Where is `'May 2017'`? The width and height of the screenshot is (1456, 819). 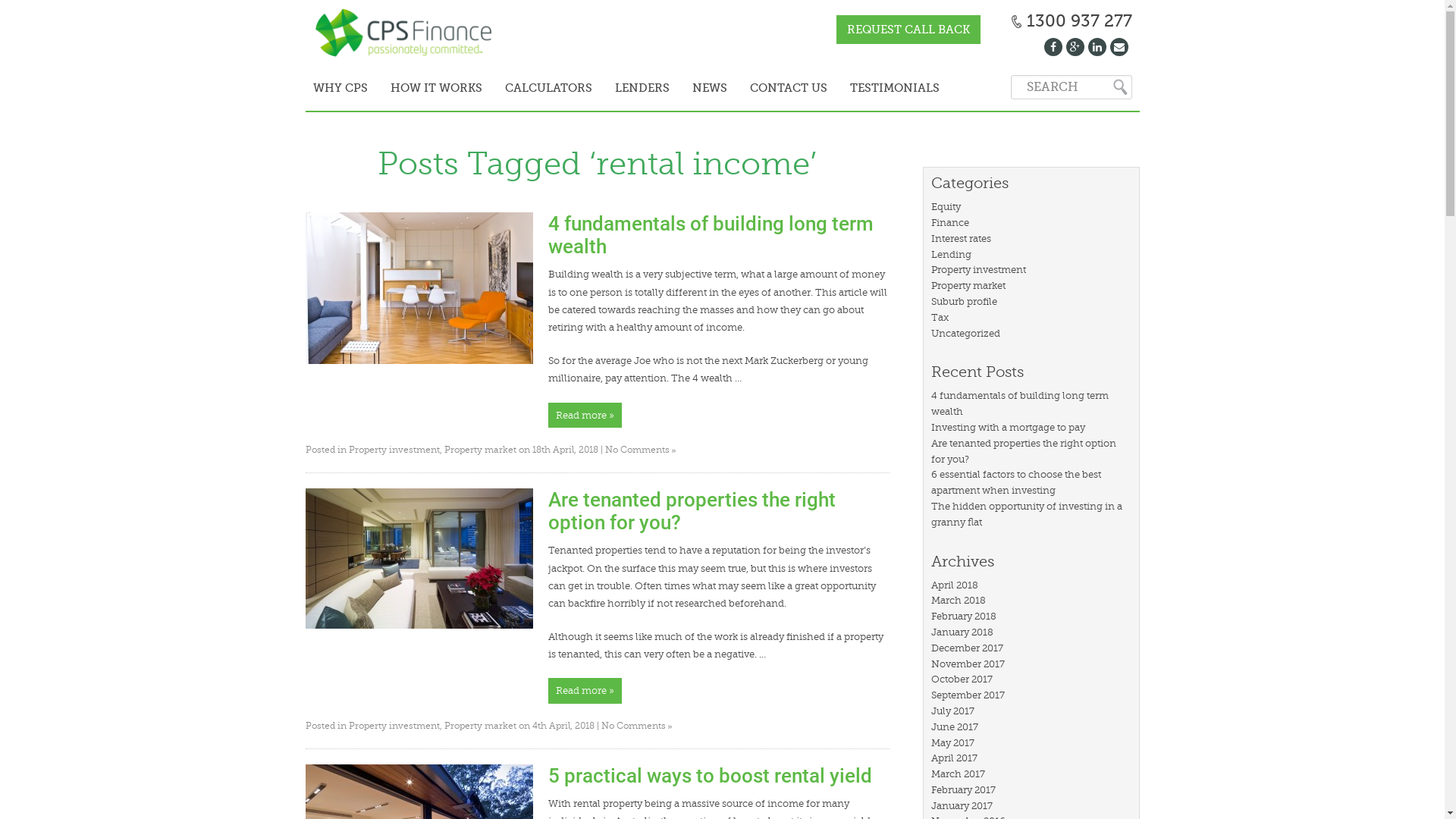
'May 2017' is located at coordinates (952, 742).